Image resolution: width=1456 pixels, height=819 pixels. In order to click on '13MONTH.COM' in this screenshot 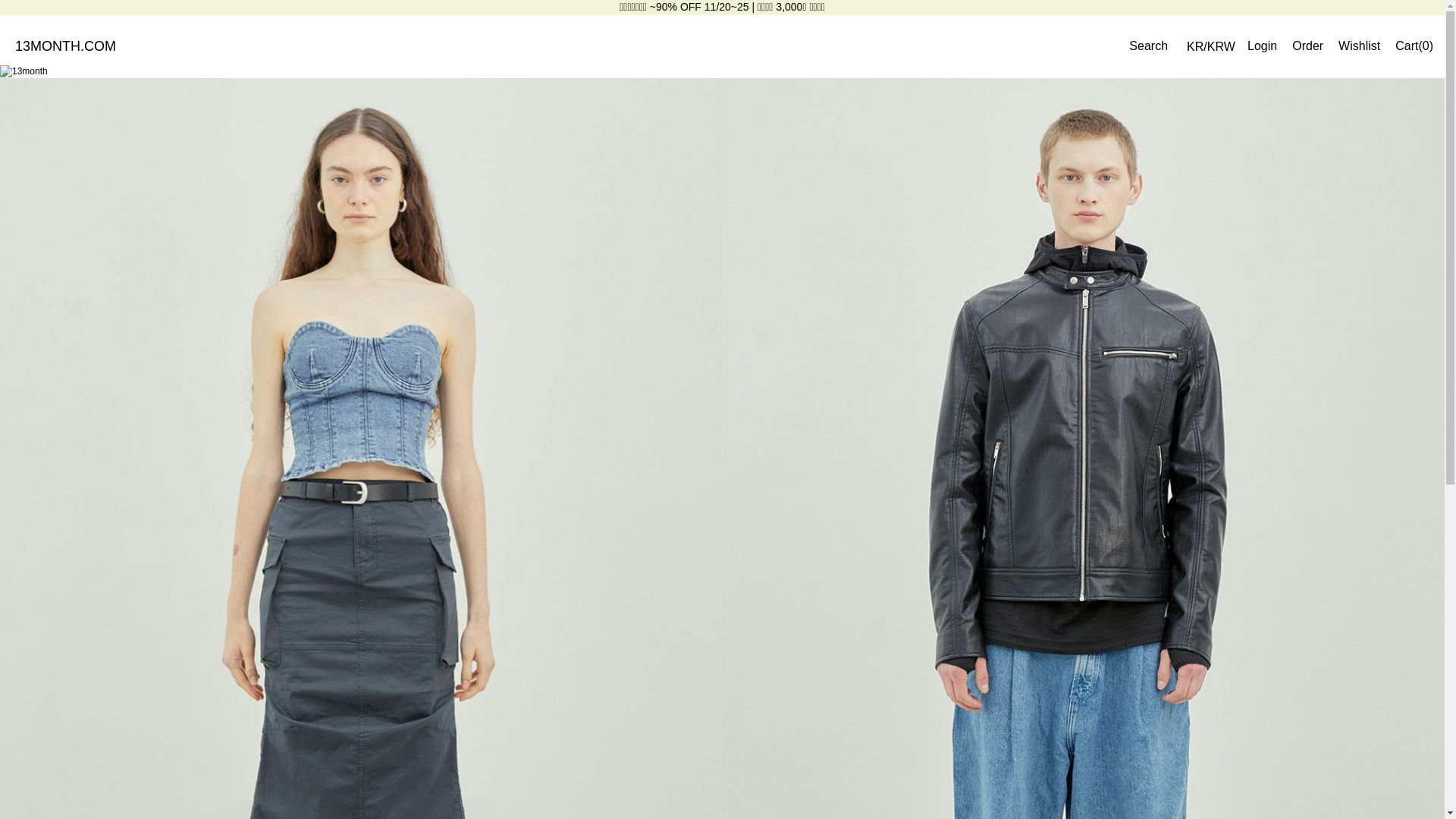, I will do `click(14, 45)`.